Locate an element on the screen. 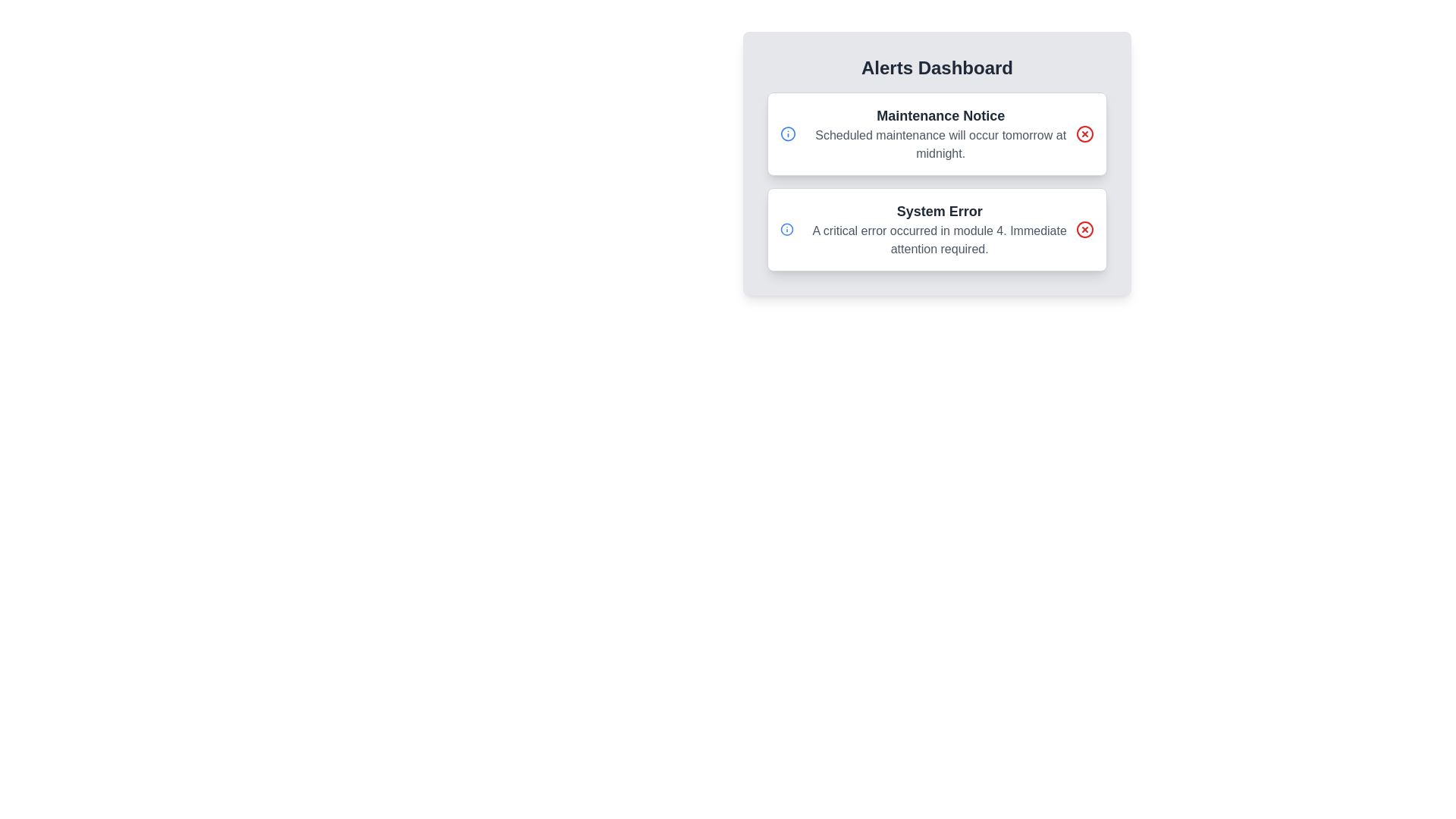 The image size is (1456, 819). text content of the Notification box titled 'Maintenance Notice', which is a rounded rectangular box with a white background and gray border, containing an informational icon and a red interaction icon is located at coordinates (937, 133).